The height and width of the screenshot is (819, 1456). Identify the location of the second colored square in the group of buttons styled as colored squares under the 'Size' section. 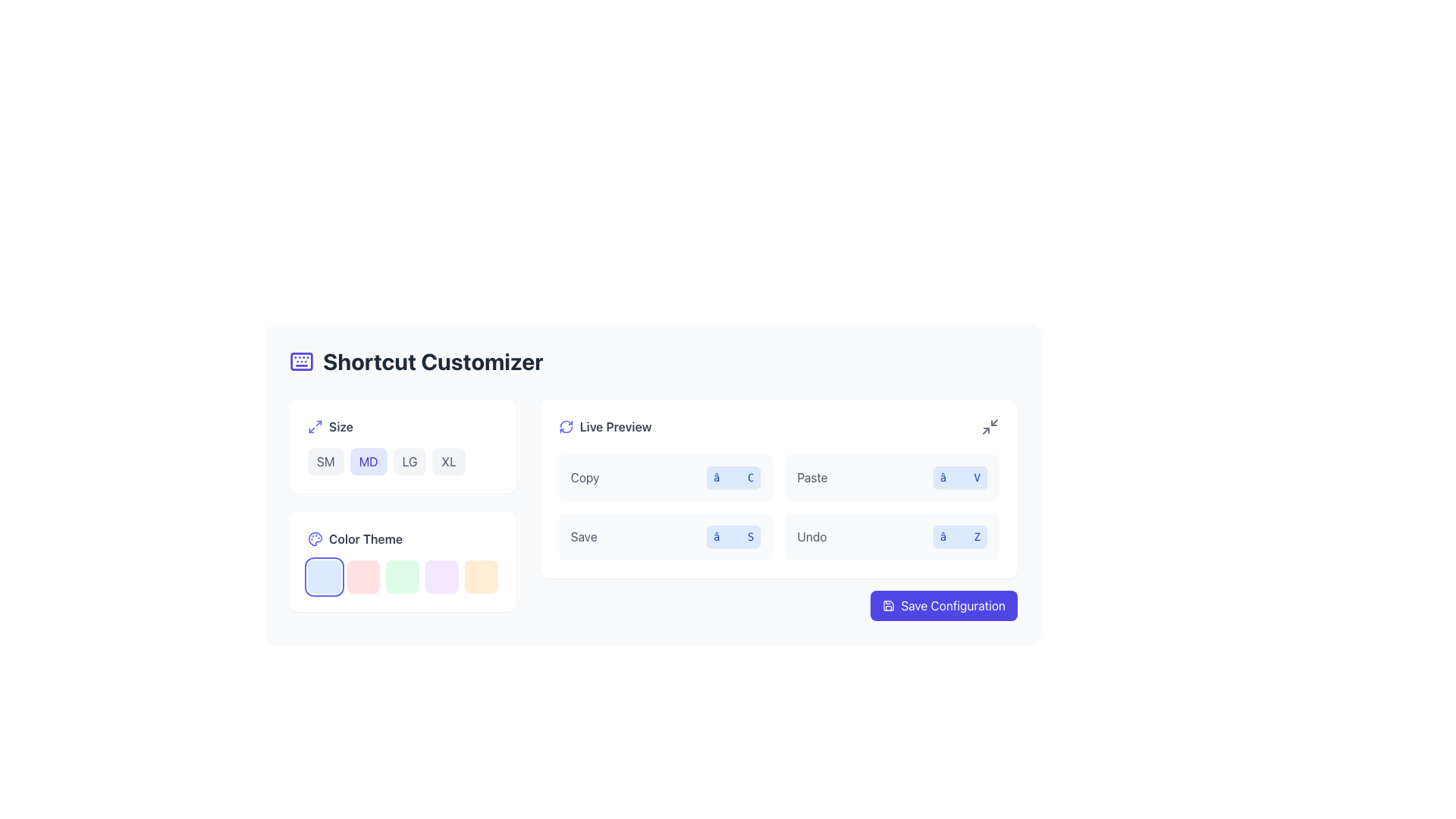
(403, 561).